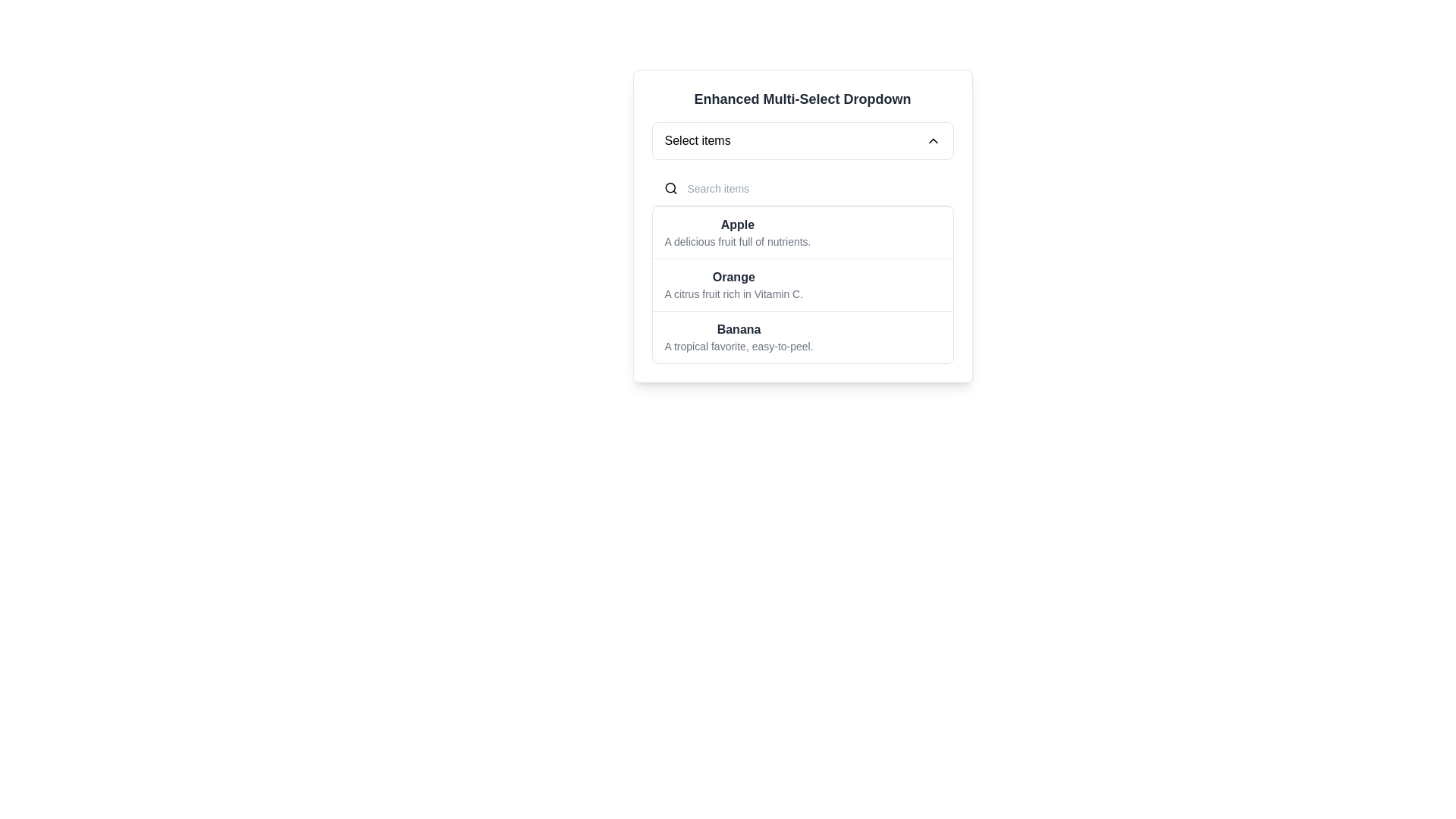  Describe the element at coordinates (738, 225) in the screenshot. I see `the Text Label that serves as the title or name of an item within the dropdown list located under the 'Search items' field` at that location.